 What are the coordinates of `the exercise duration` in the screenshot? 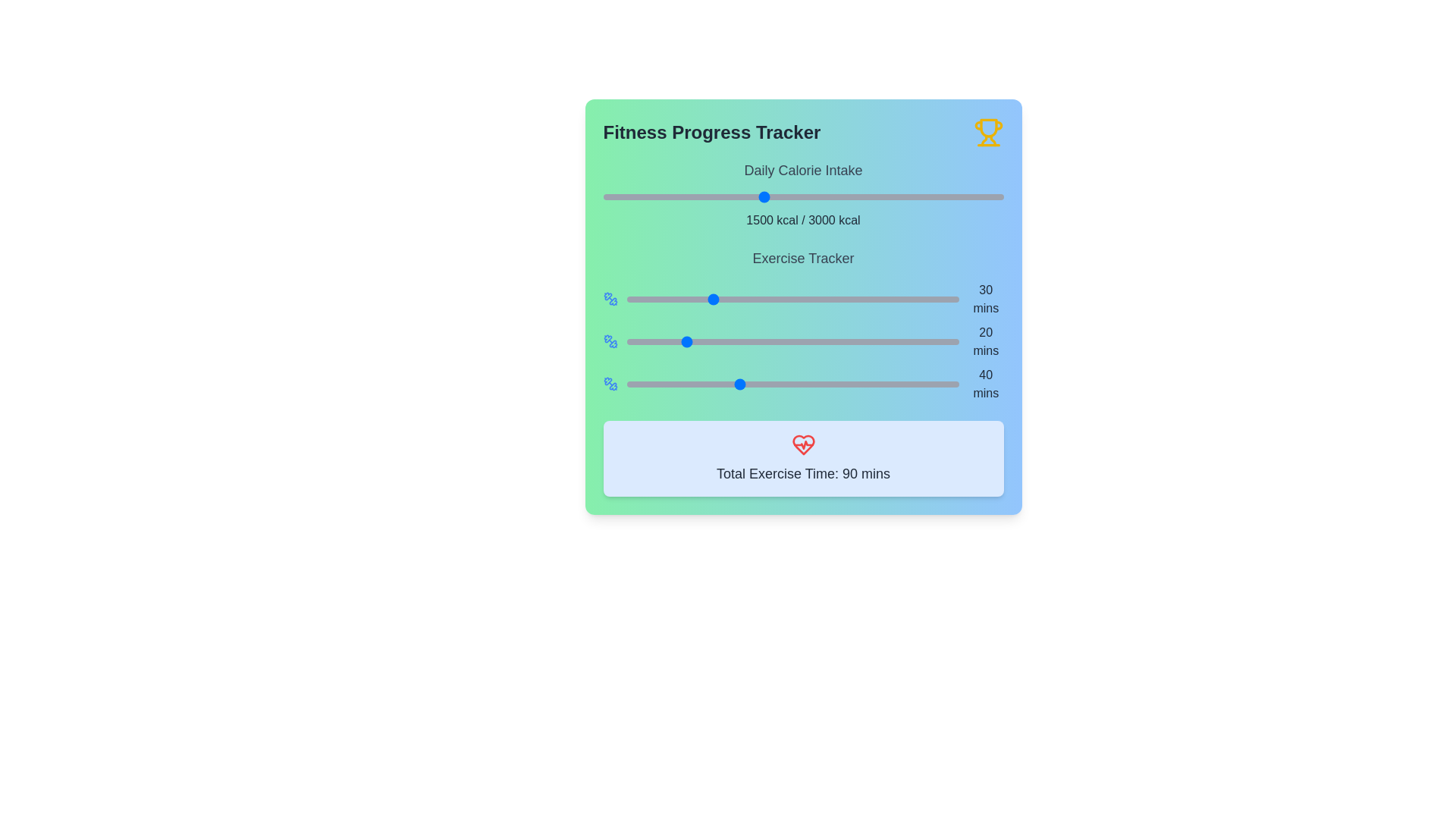 It's located at (868, 383).